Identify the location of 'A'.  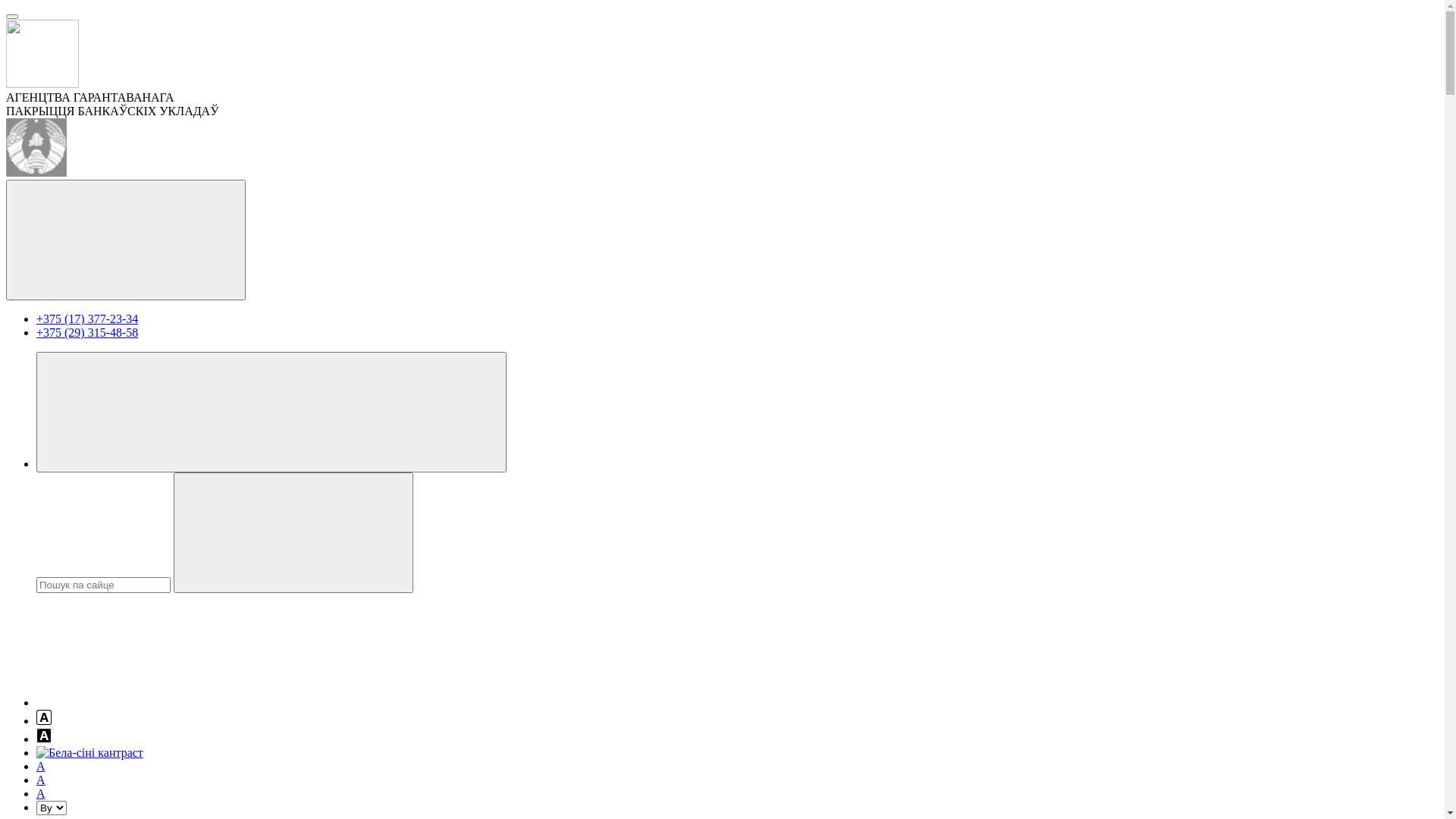
(36, 792).